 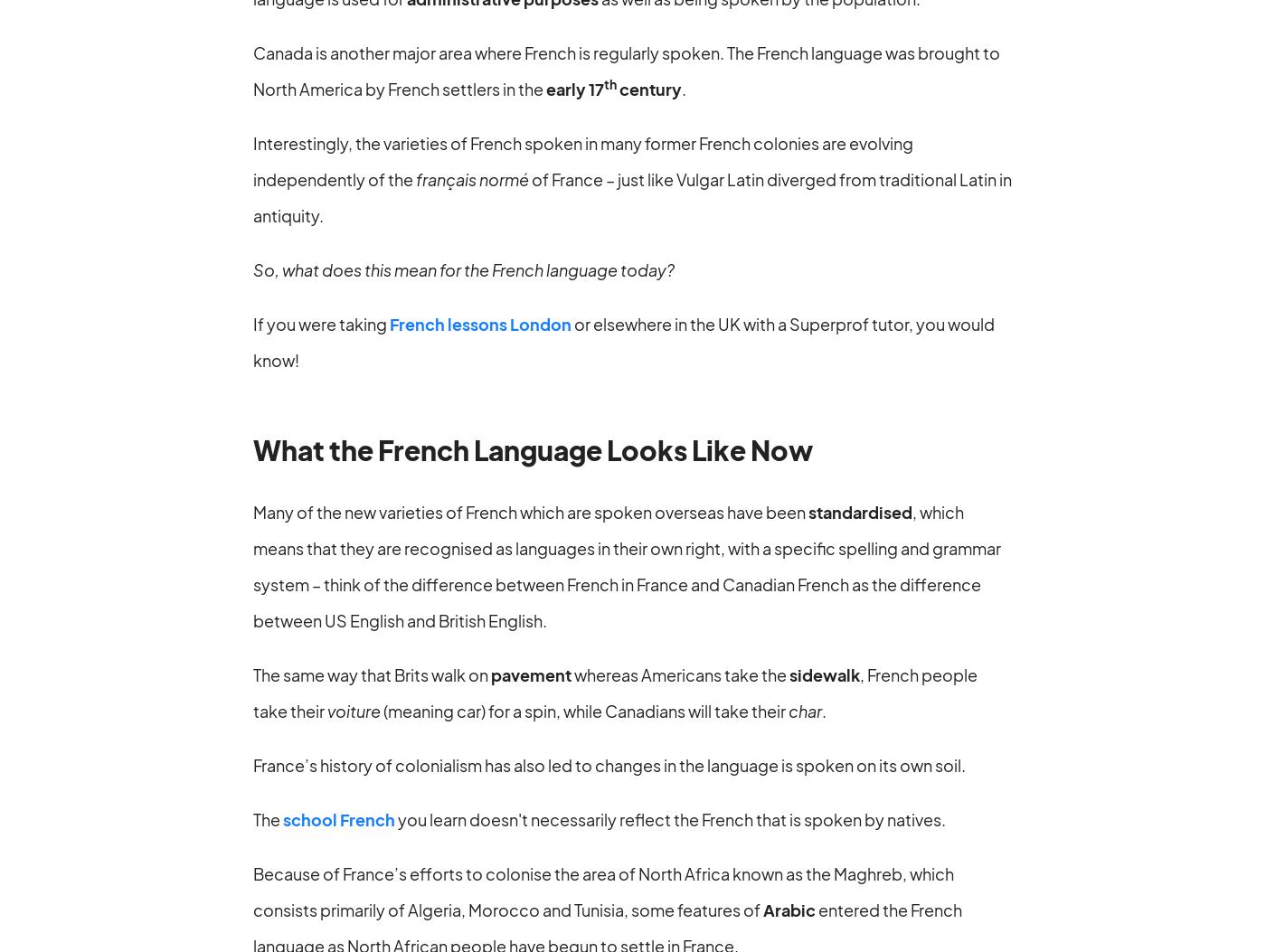 What do you see at coordinates (609, 763) in the screenshot?
I see `'France’s history of colonialism has also led to changes in the language is spoken on its own soil.'` at bounding box center [609, 763].